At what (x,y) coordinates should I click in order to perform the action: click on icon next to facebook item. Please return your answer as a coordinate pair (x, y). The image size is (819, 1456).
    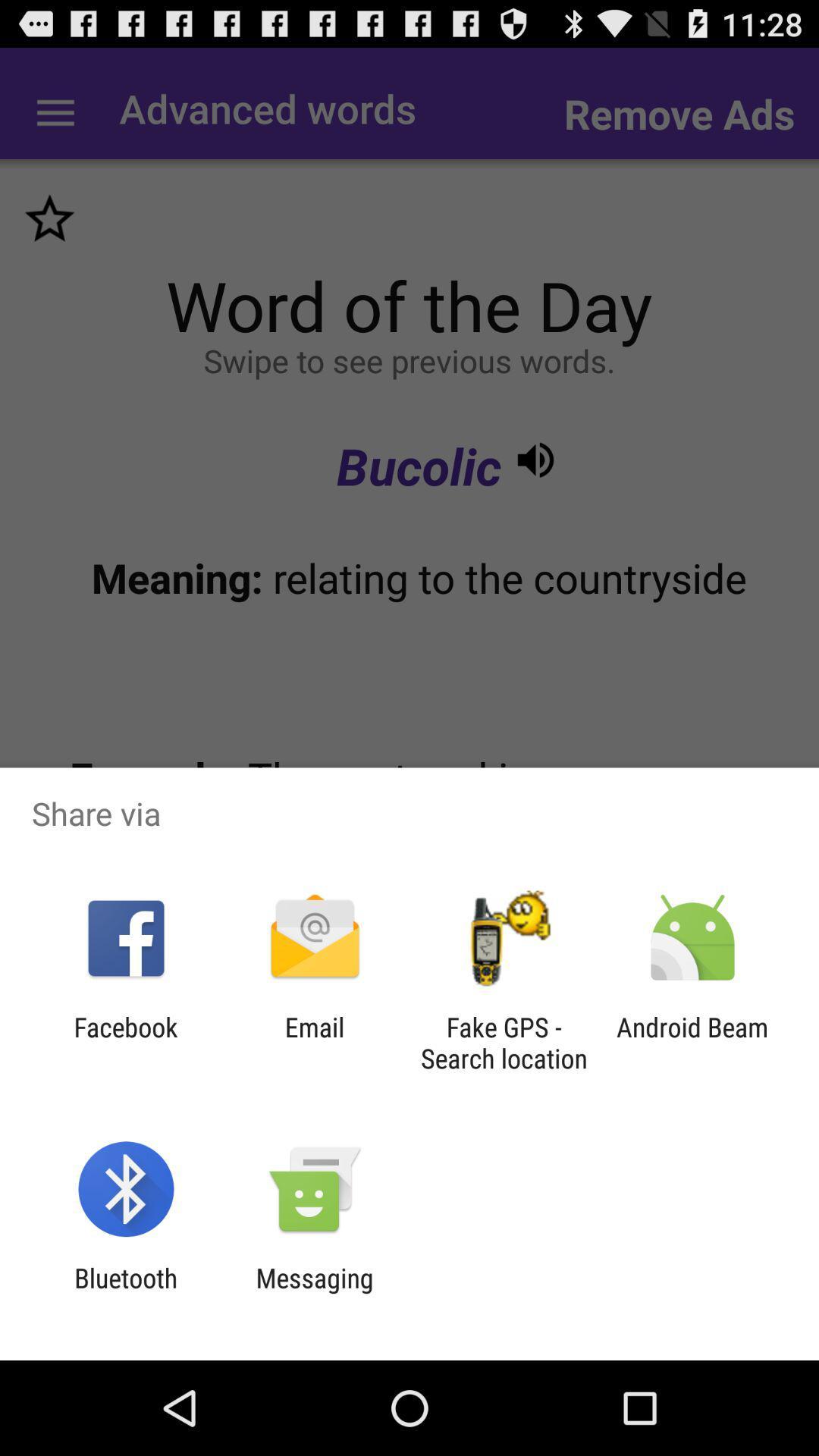
    Looking at the image, I should click on (314, 1042).